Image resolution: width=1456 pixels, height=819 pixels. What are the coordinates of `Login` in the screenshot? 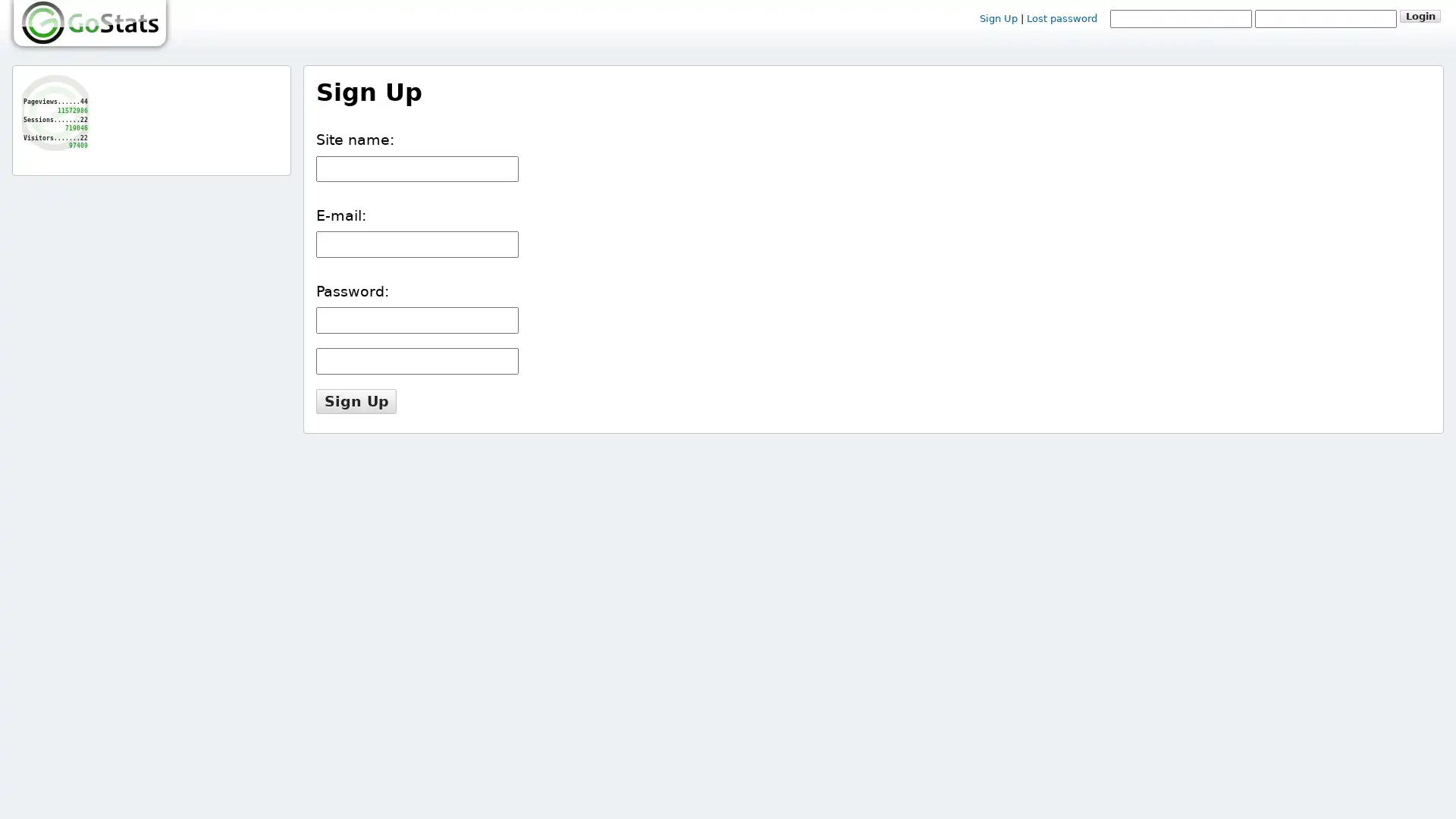 It's located at (1419, 16).